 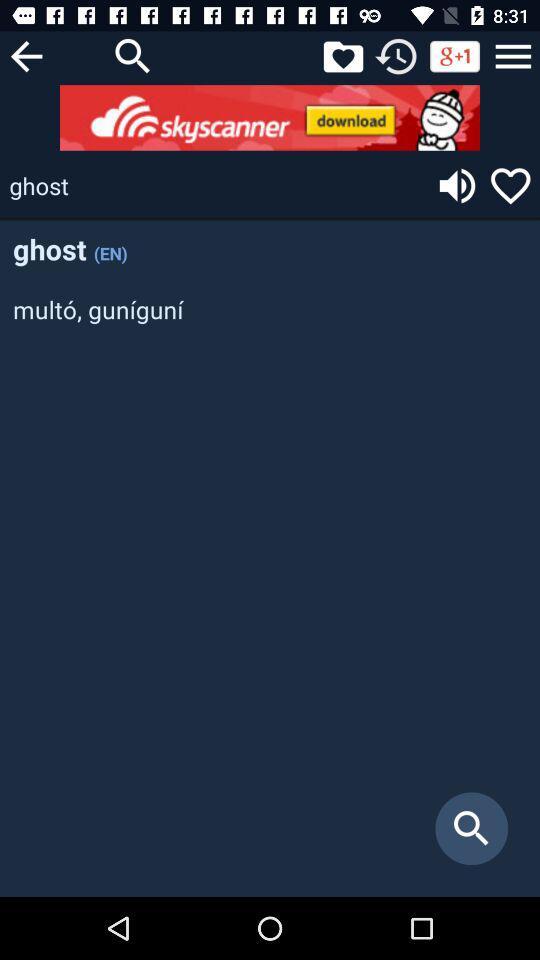 I want to click on like word, so click(x=510, y=185).